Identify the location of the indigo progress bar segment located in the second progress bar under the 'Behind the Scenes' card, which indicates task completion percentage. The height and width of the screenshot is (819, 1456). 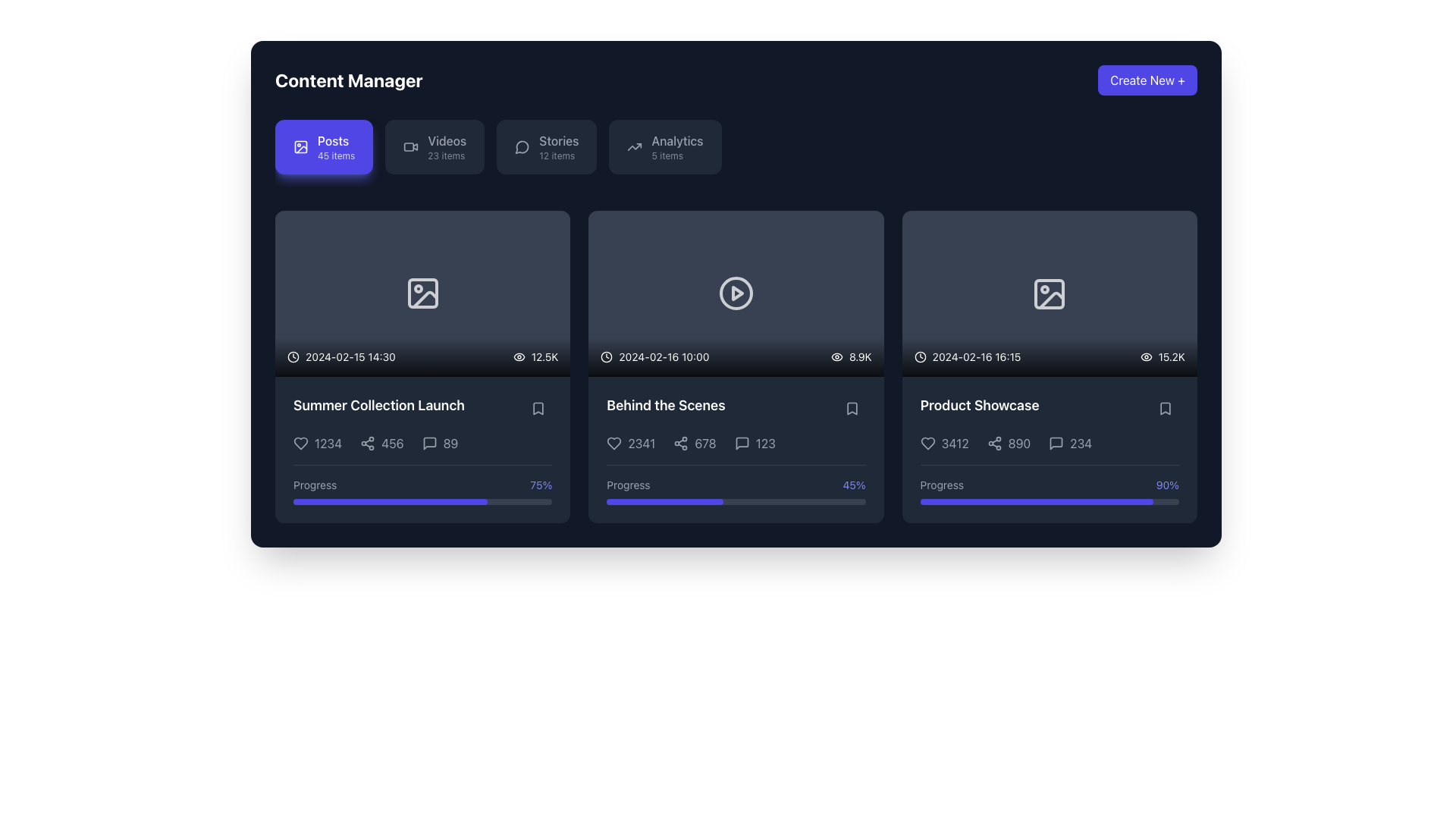
(665, 501).